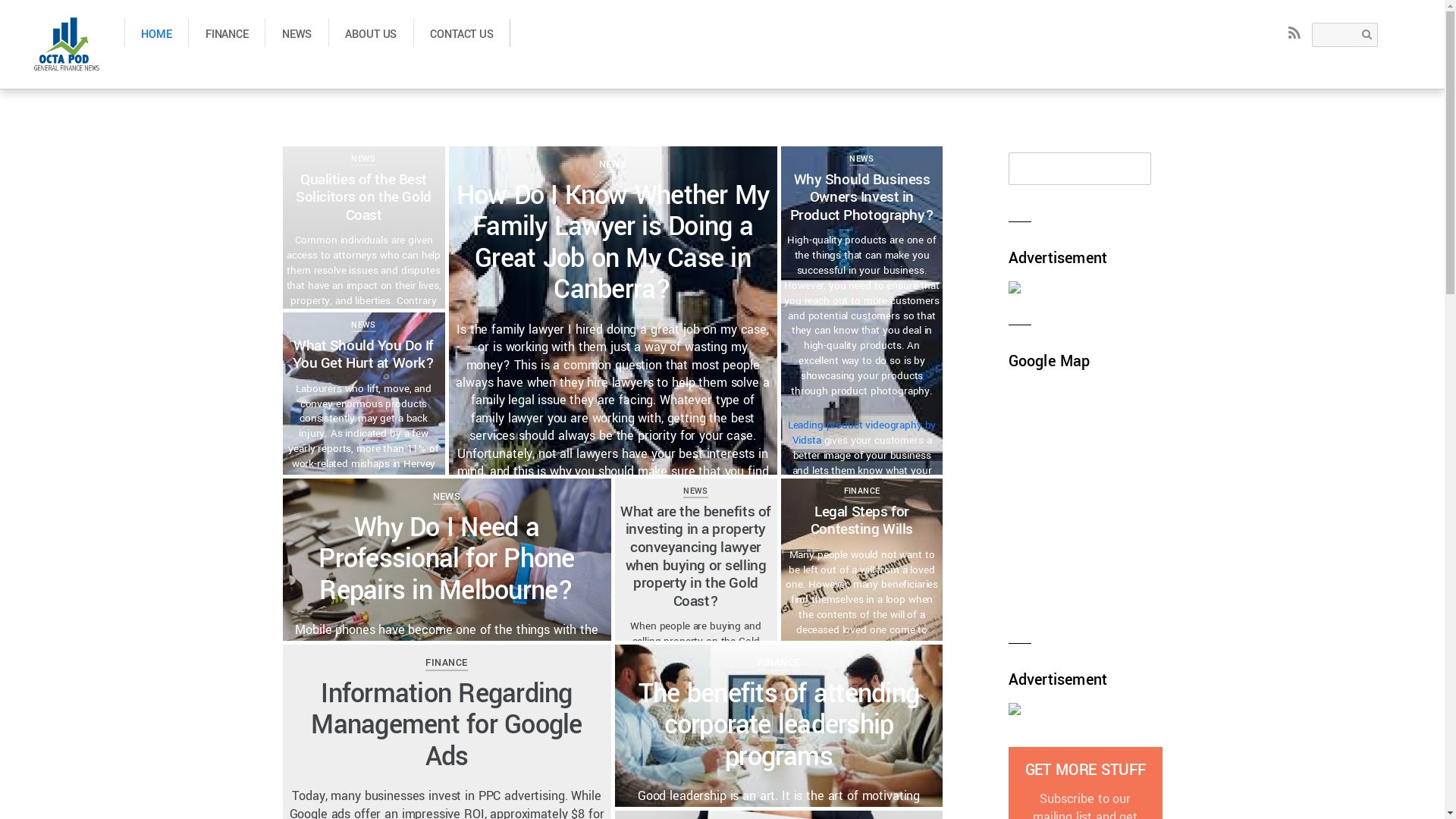  Describe the element at coordinates (862, 432) in the screenshot. I see `'Leading product videography by Vidsta'` at that location.